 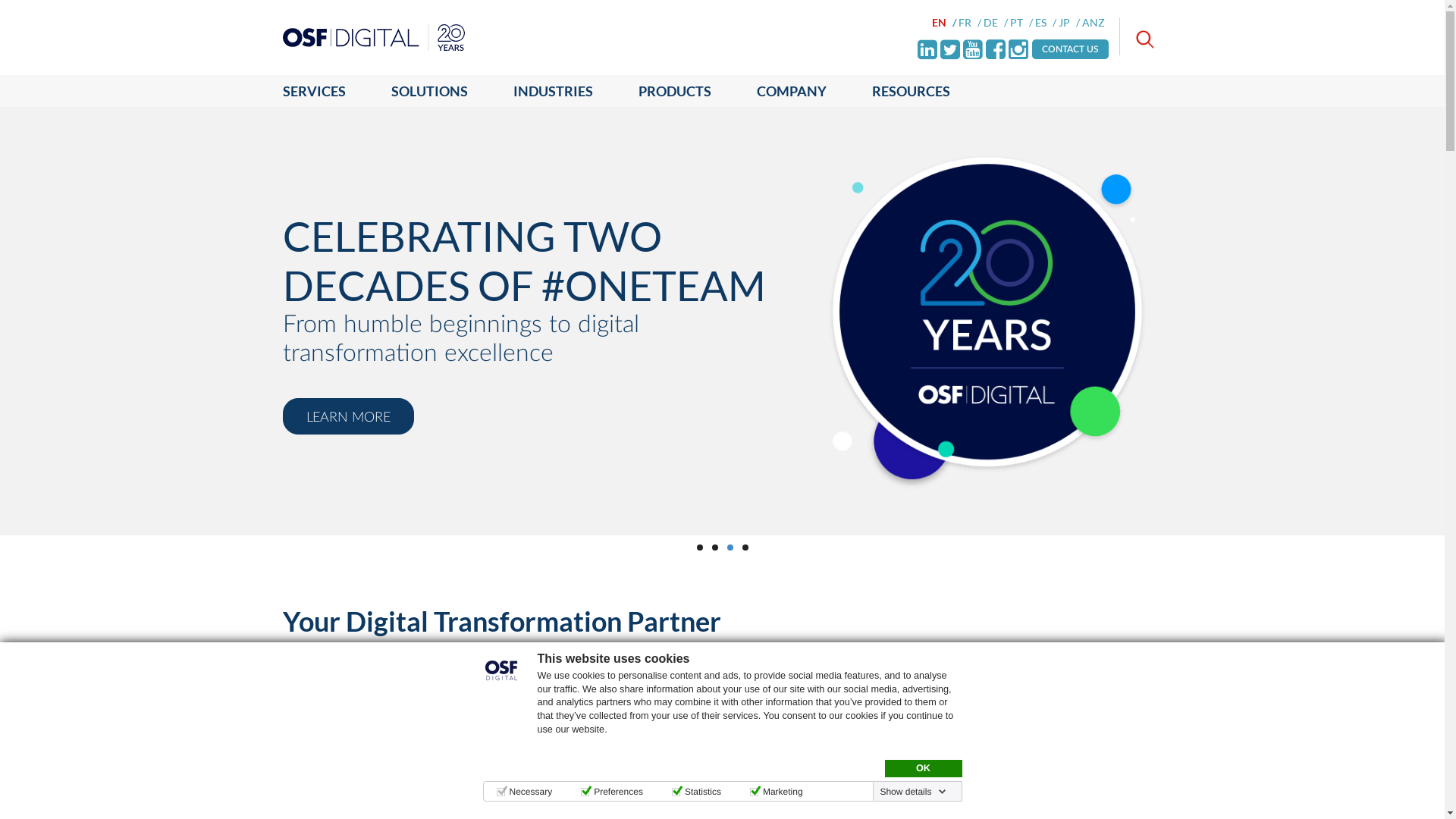 I want to click on 'JP', so click(x=1068, y=22).